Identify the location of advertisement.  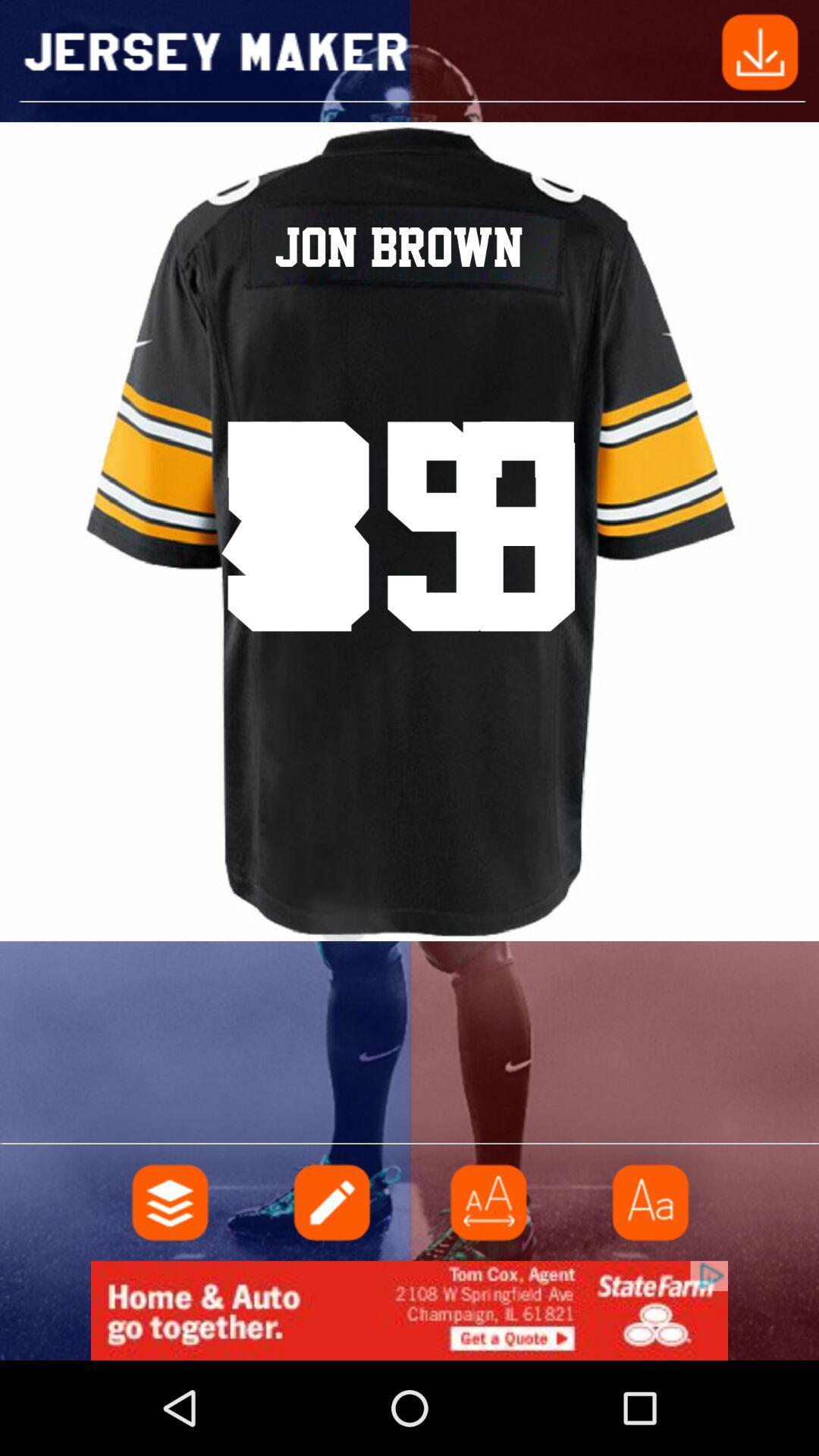
(488, 1201).